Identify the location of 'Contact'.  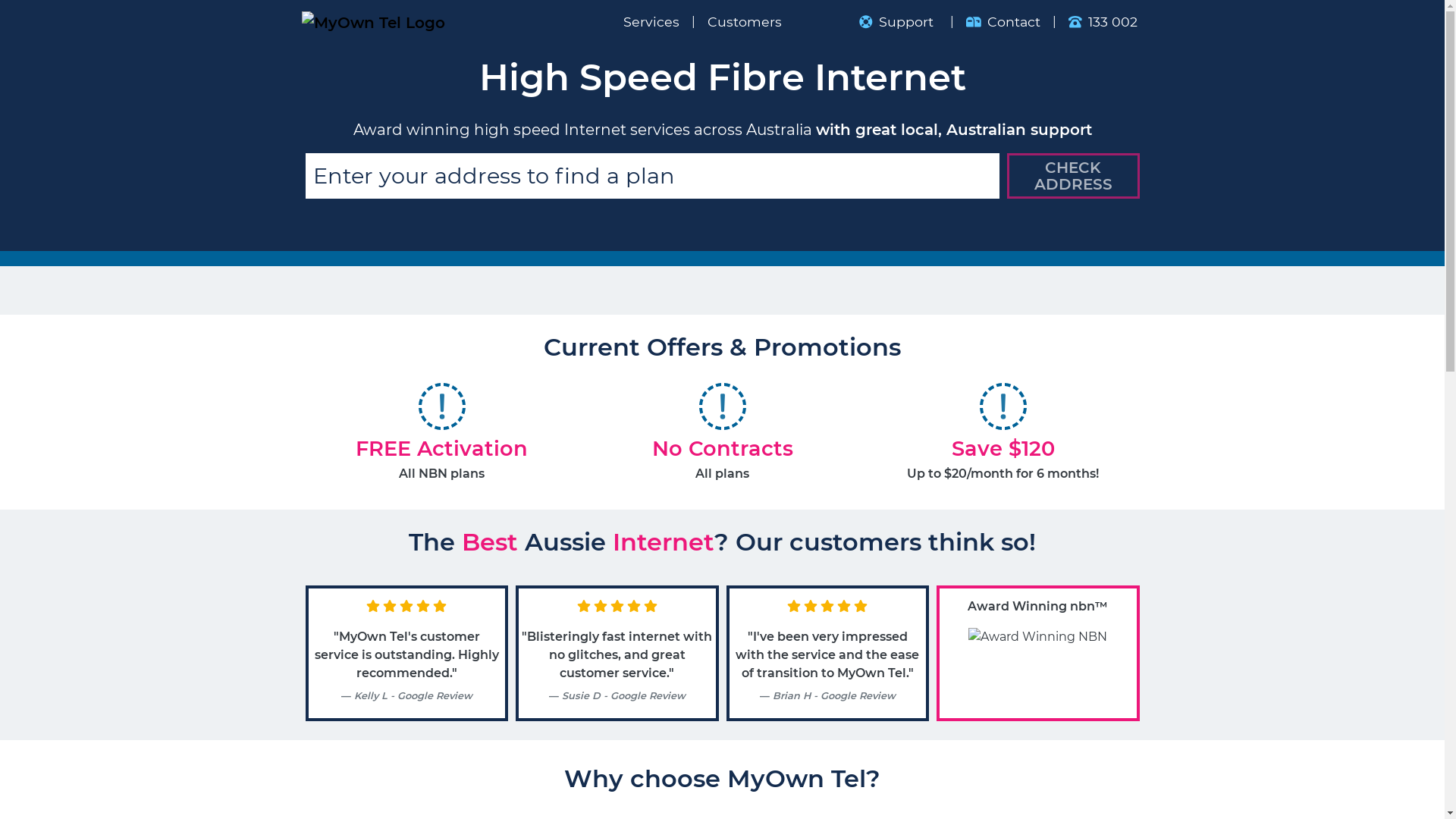
(1003, 22).